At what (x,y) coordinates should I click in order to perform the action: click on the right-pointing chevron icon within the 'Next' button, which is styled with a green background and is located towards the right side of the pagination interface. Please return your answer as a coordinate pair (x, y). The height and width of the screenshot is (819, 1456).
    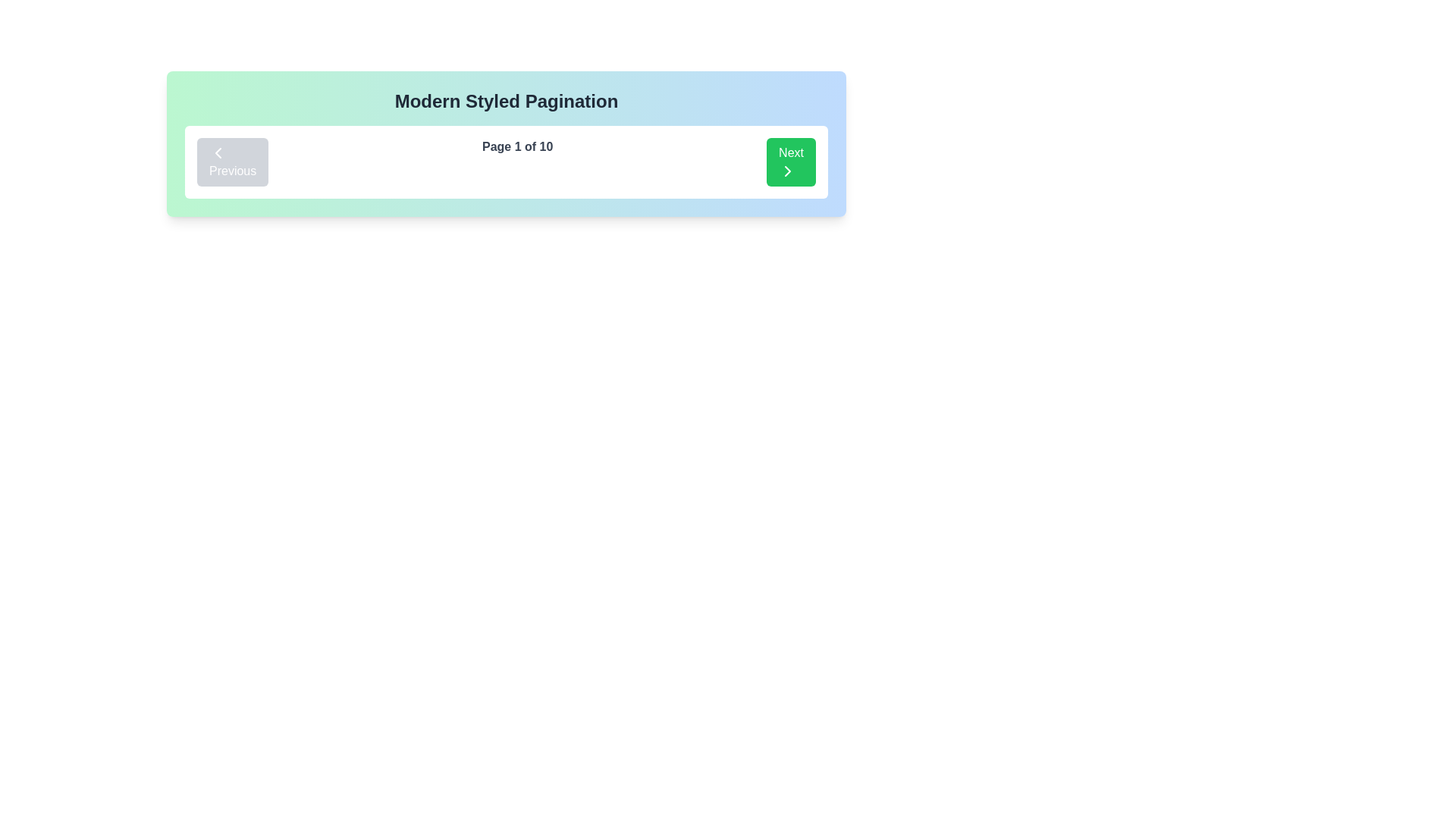
    Looking at the image, I should click on (788, 171).